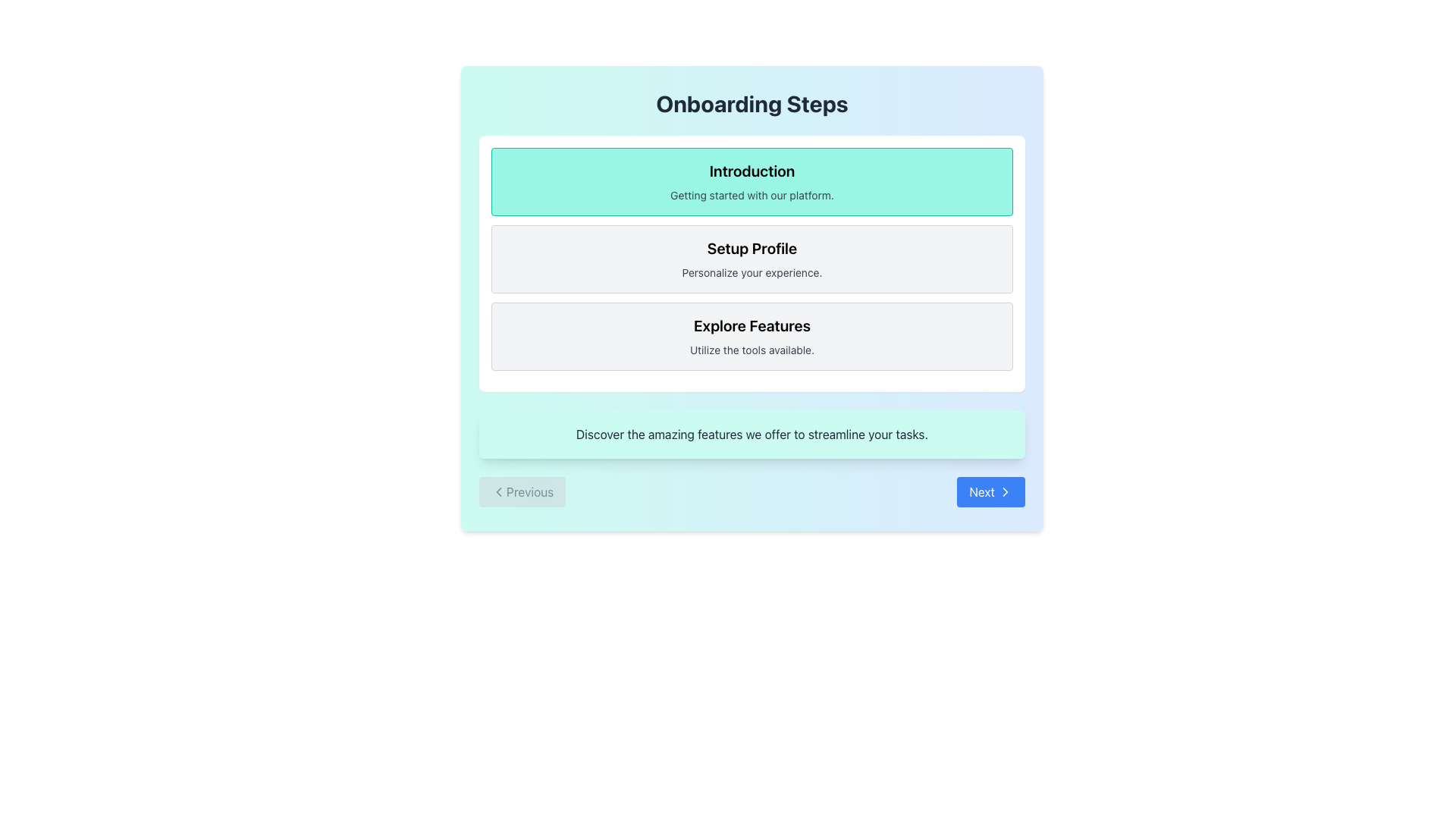 This screenshot has width=1456, height=819. I want to click on the instructional text box located at the bottom of the 'Onboarding Steps' section, just above the 'Previous' and 'Next' buttons, so click(752, 435).